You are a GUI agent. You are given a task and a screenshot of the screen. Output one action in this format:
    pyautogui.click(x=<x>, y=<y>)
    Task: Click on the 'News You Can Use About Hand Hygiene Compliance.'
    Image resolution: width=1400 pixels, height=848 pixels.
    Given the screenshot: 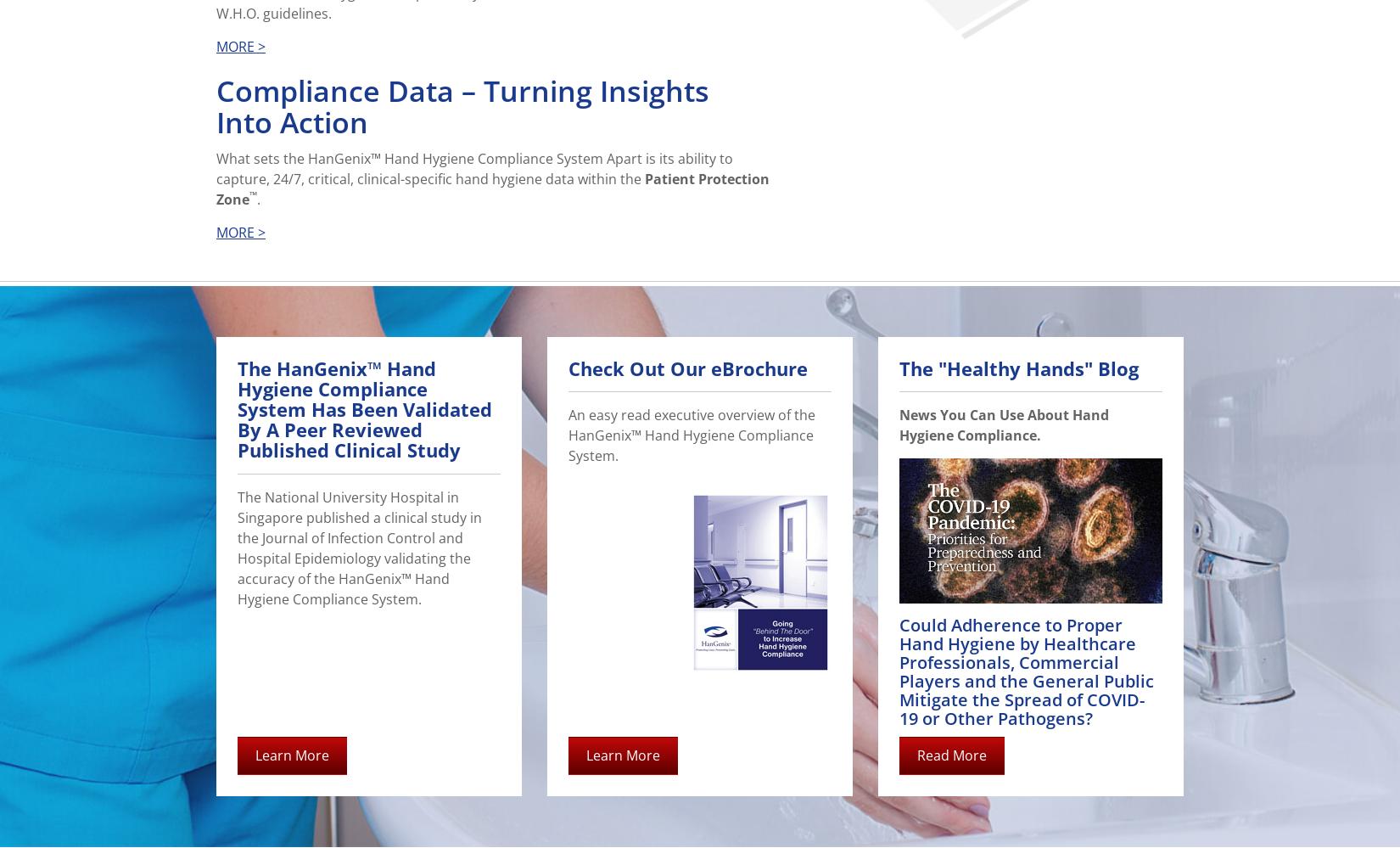 What is the action you would take?
    pyautogui.click(x=1004, y=424)
    